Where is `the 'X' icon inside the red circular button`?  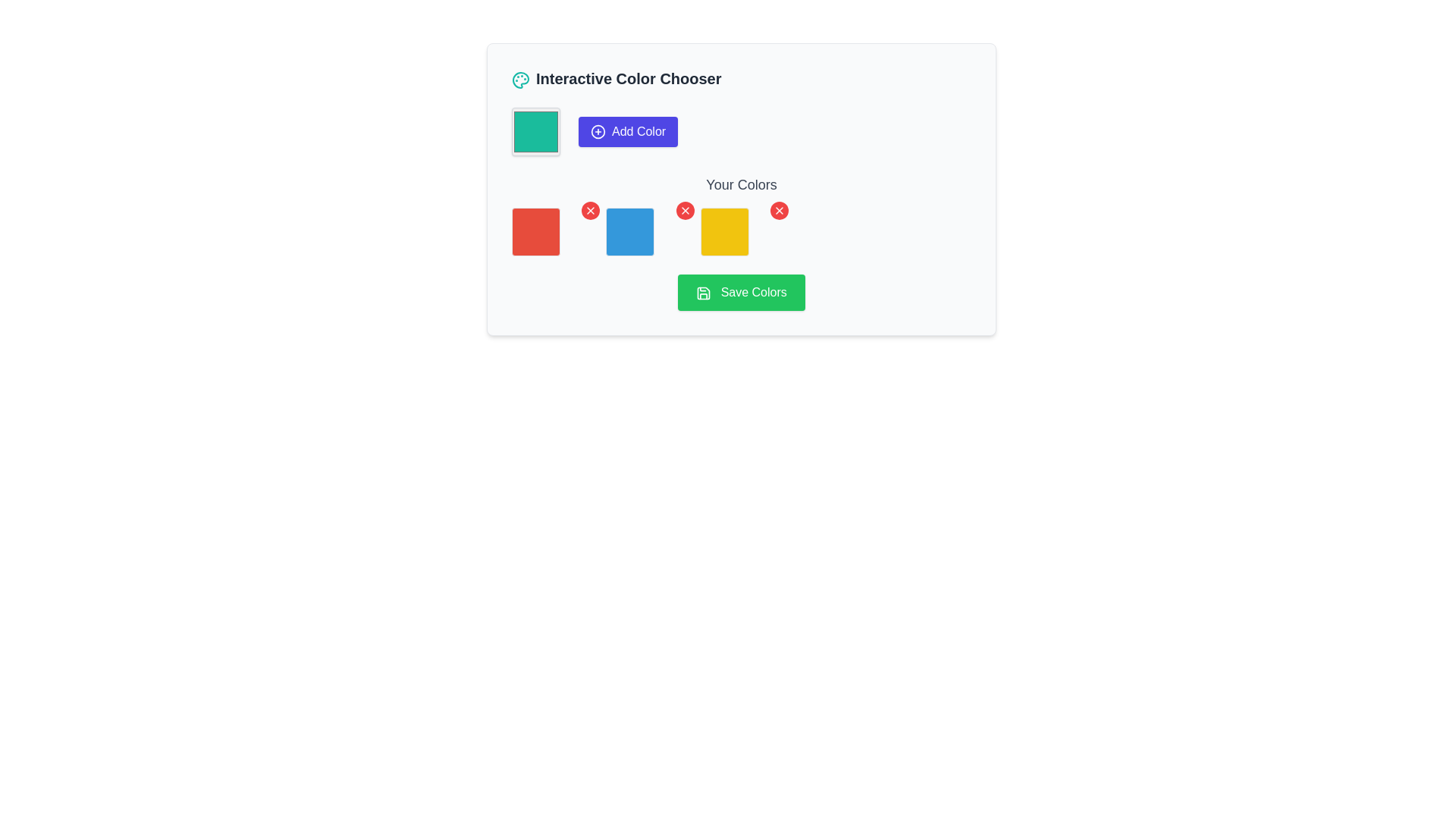 the 'X' icon inside the red circular button is located at coordinates (684, 210).